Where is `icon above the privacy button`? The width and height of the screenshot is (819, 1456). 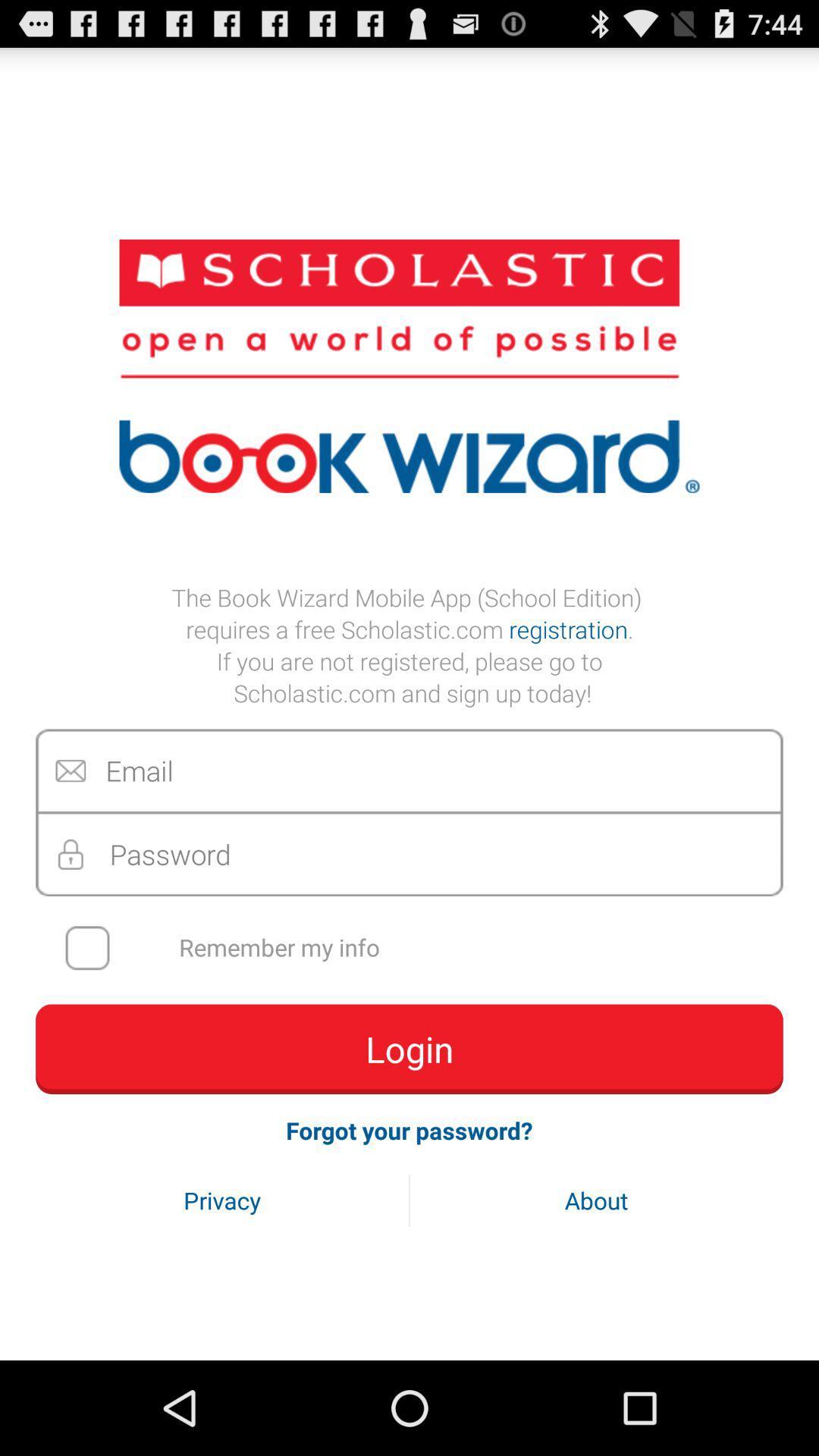 icon above the privacy button is located at coordinates (409, 1130).